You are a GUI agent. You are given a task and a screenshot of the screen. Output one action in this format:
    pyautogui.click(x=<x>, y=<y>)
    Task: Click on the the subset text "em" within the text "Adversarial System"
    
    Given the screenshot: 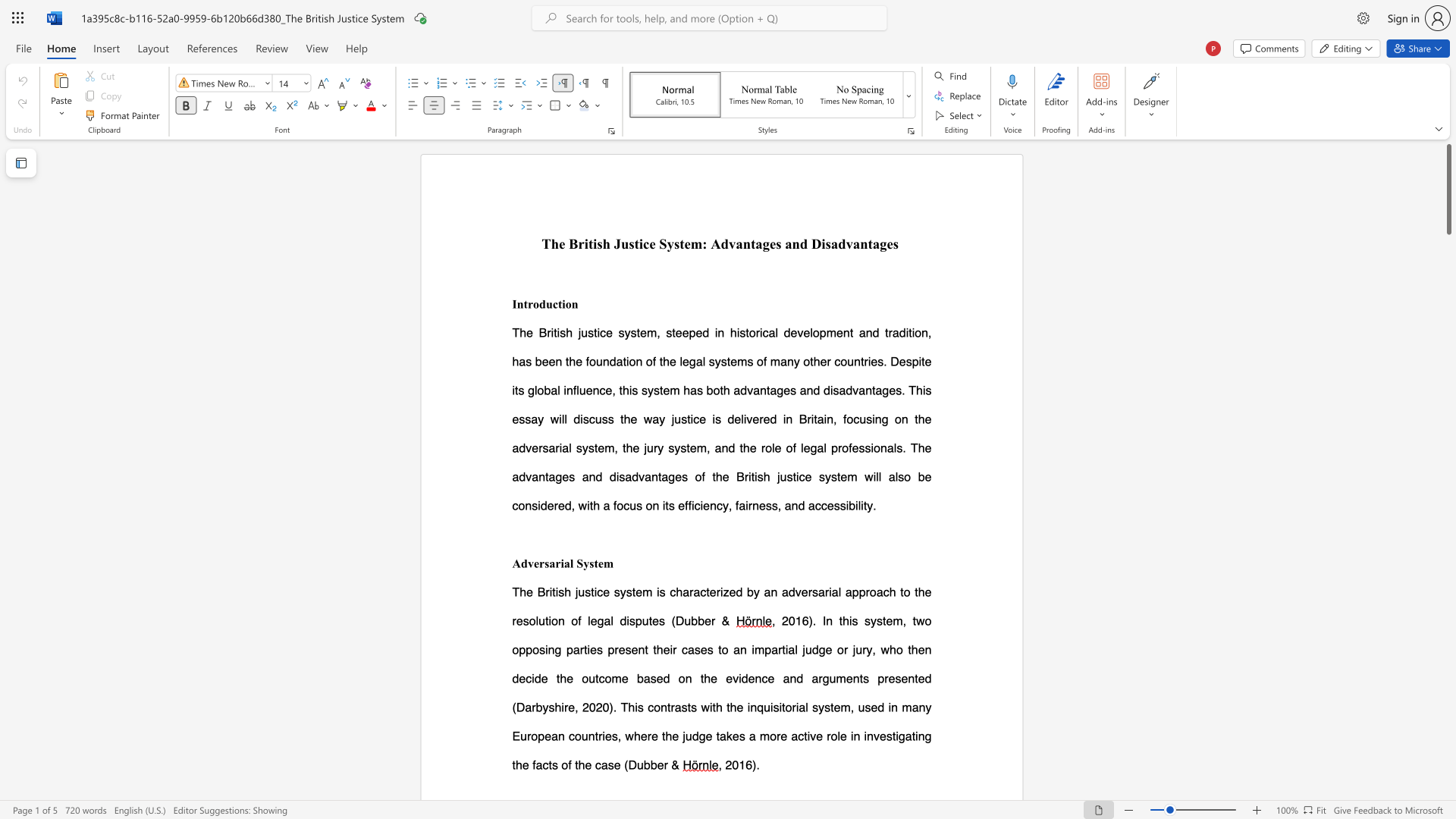 What is the action you would take?
    pyautogui.click(x=597, y=563)
    